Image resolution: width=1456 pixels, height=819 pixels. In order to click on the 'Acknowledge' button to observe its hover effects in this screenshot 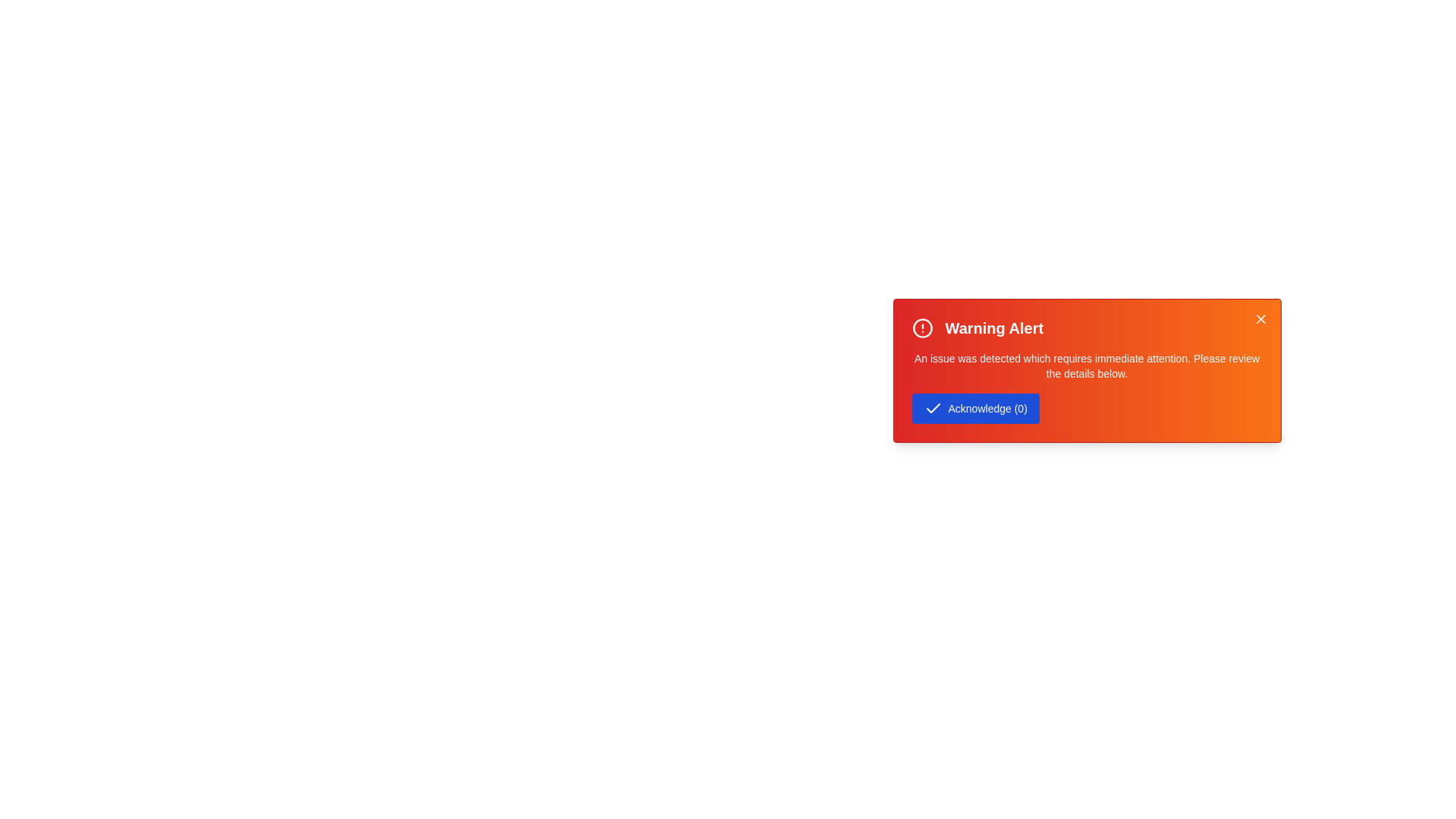, I will do `click(975, 408)`.